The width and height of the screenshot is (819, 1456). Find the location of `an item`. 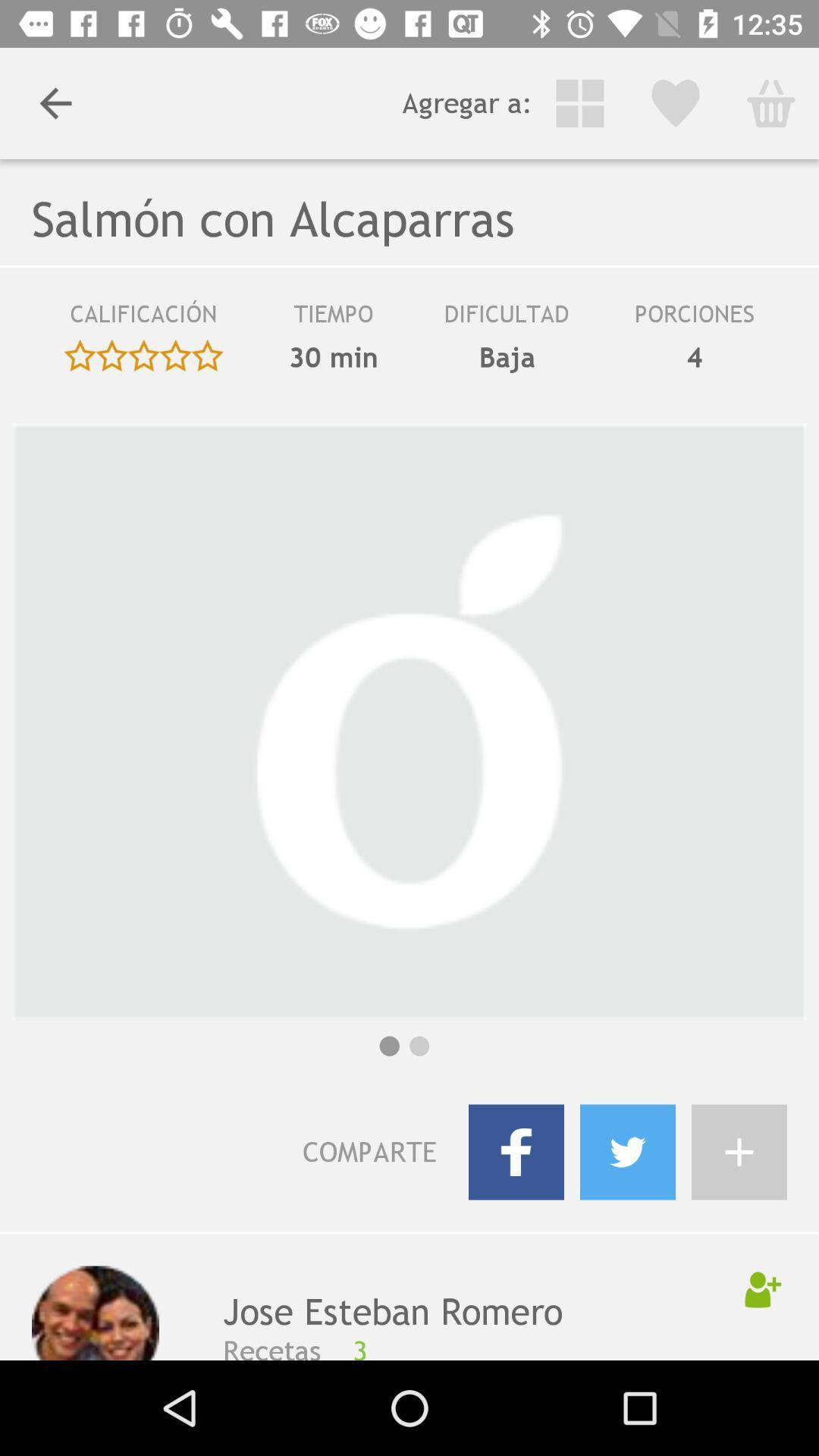

an item is located at coordinates (739, 1152).